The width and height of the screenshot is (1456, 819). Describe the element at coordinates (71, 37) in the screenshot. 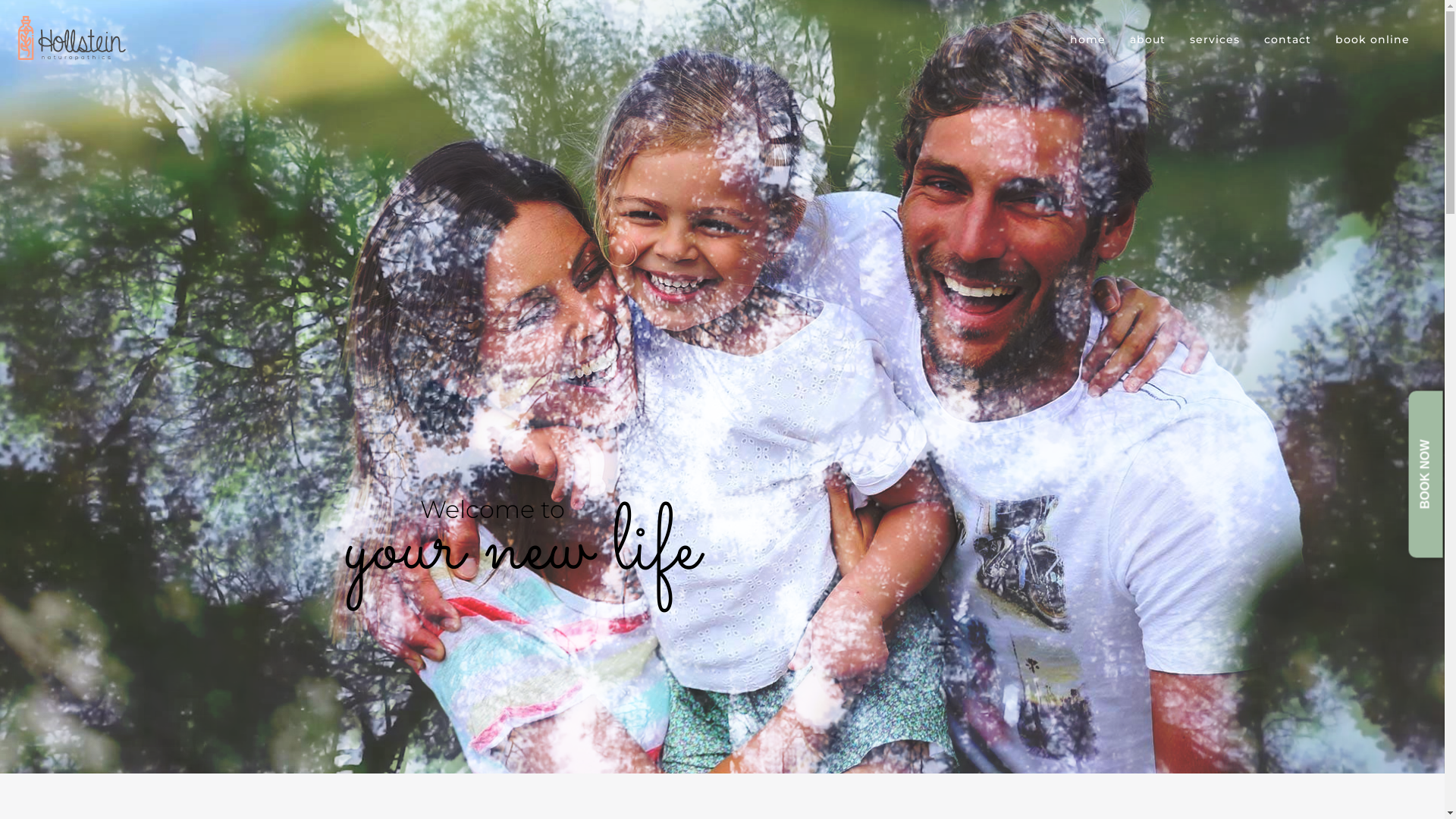

I see `'Reconnect Naturopathy'` at that location.